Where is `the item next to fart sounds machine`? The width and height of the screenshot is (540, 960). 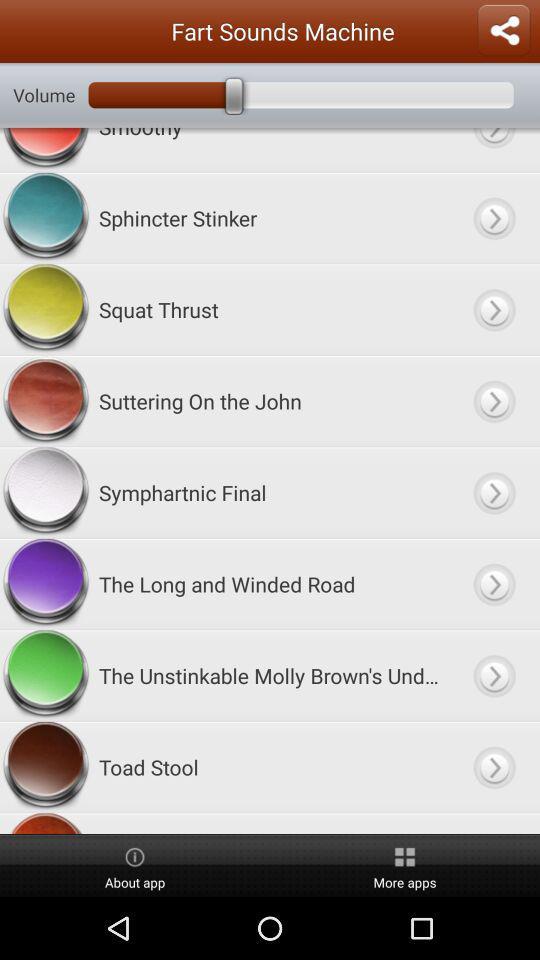
the item next to fart sounds machine is located at coordinates (502, 30).